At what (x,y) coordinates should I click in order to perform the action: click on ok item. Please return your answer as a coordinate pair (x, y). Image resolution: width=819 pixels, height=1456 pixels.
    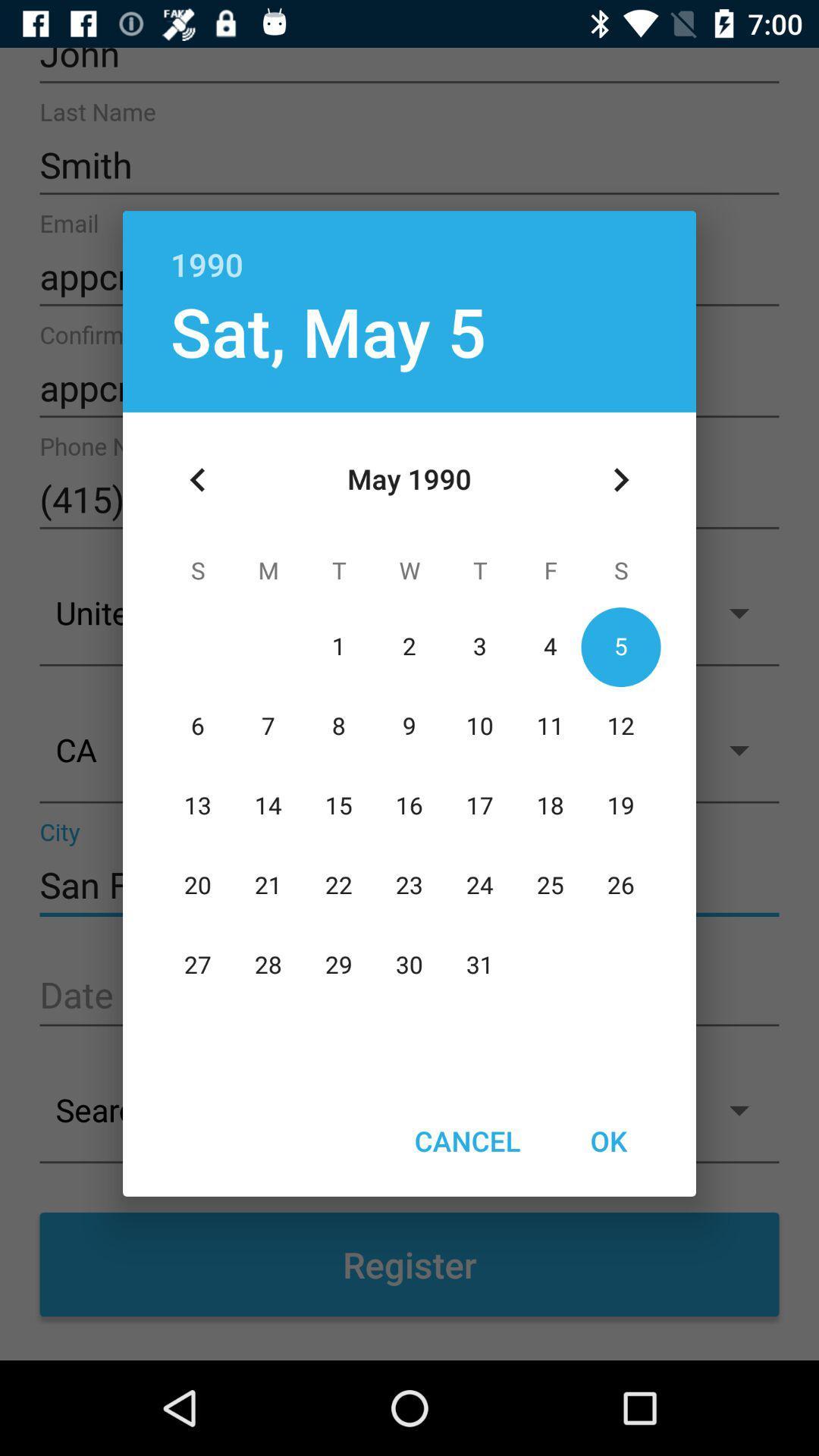
    Looking at the image, I should click on (607, 1141).